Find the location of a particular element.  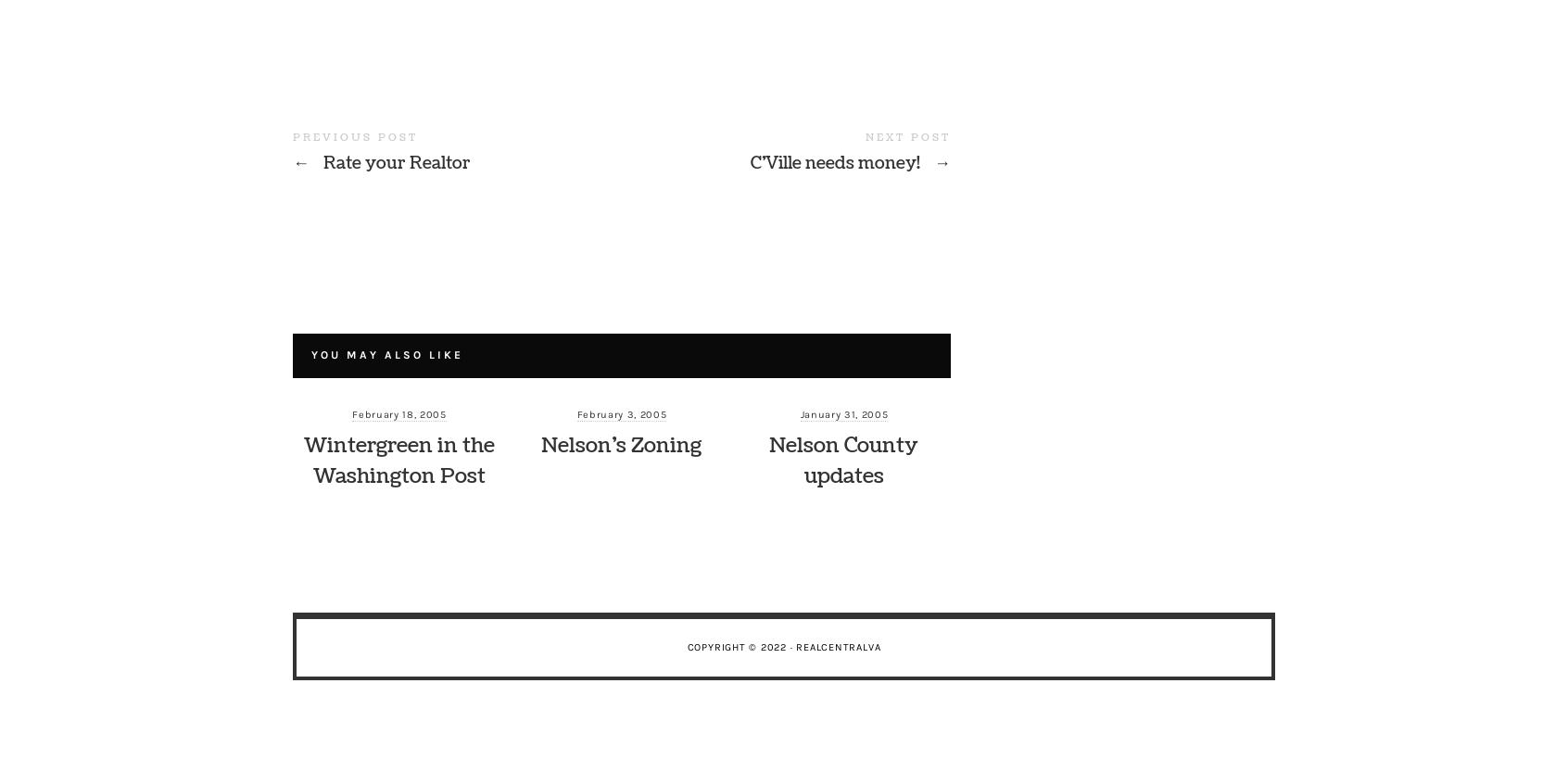

'Next Post' is located at coordinates (908, 136).